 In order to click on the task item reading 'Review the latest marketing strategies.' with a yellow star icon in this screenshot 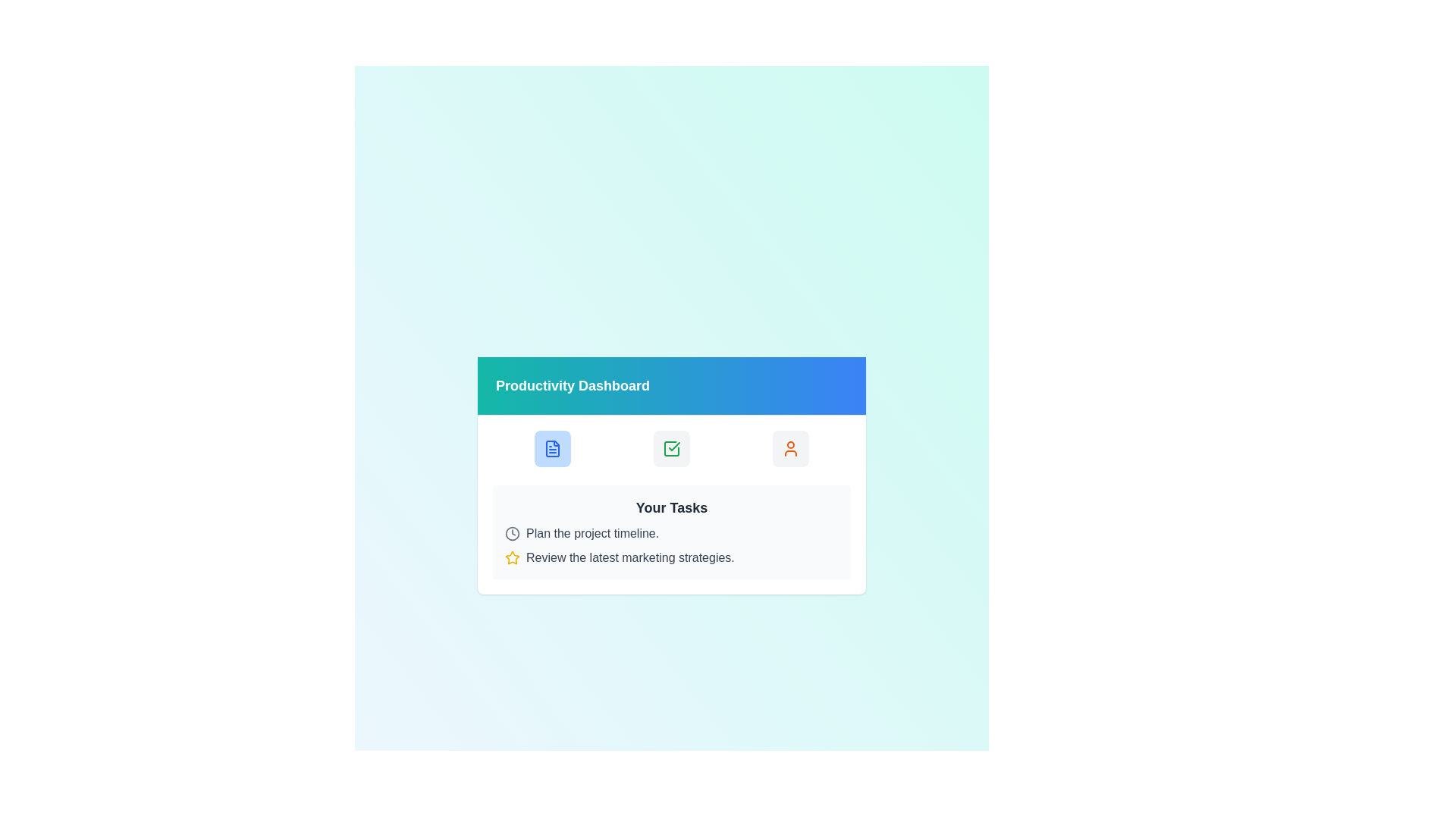, I will do `click(671, 557)`.